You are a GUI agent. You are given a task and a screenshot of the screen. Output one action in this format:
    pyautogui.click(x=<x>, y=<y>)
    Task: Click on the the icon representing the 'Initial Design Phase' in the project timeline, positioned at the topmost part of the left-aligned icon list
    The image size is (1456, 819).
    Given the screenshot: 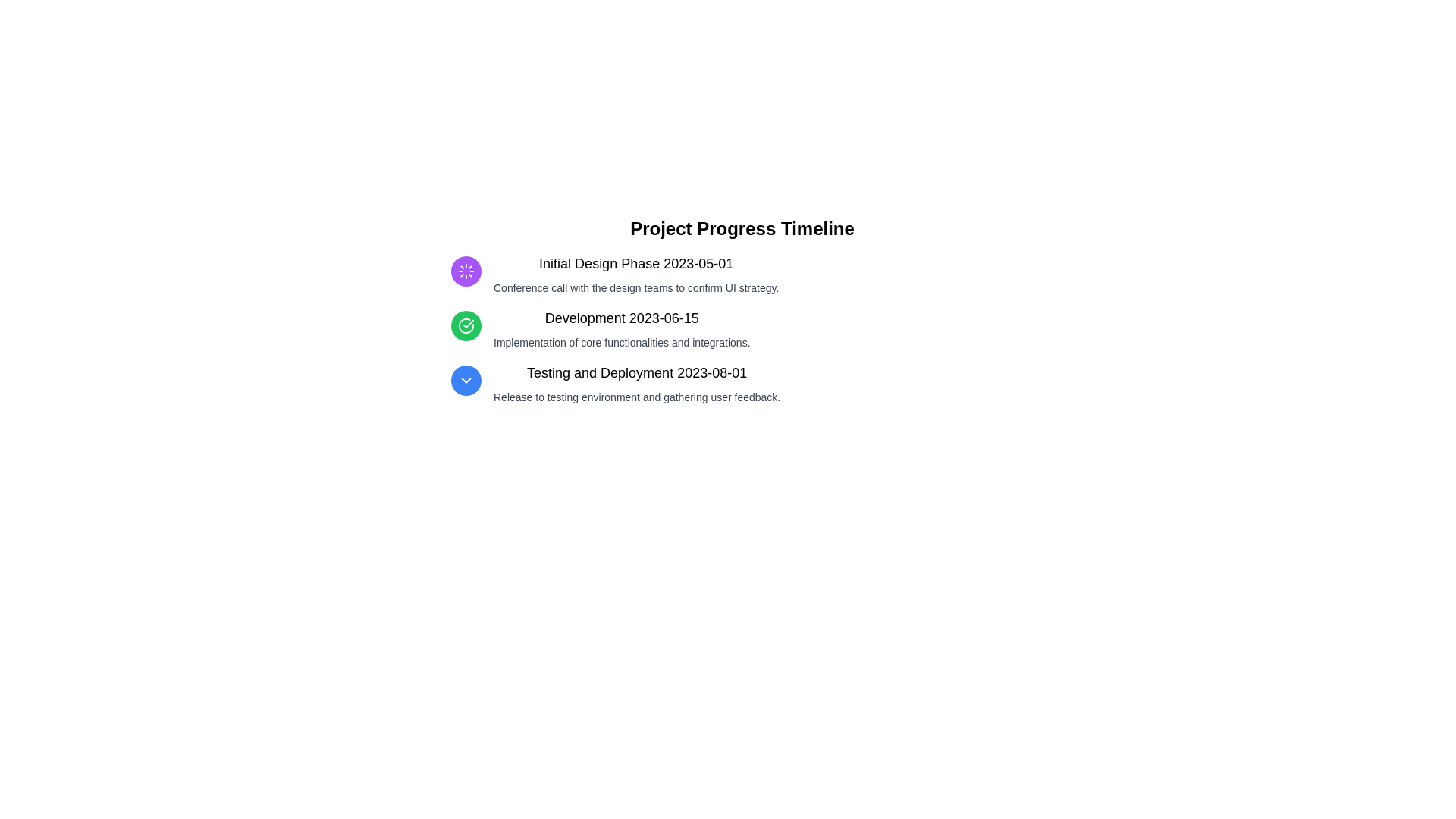 What is the action you would take?
    pyautogui.click(x=465, y=271)
    